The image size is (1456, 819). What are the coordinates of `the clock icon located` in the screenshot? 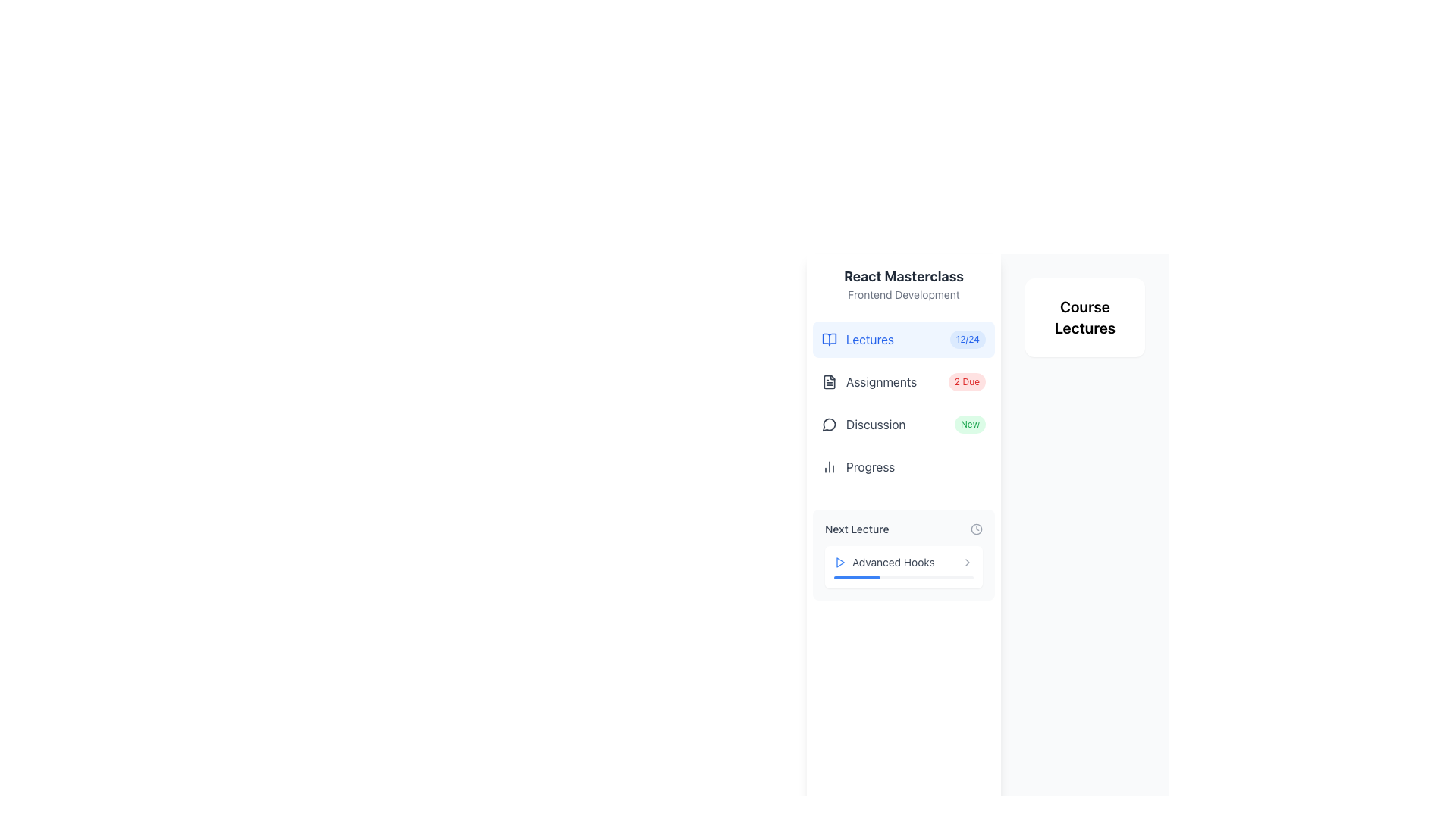 It's located at (976, 529).